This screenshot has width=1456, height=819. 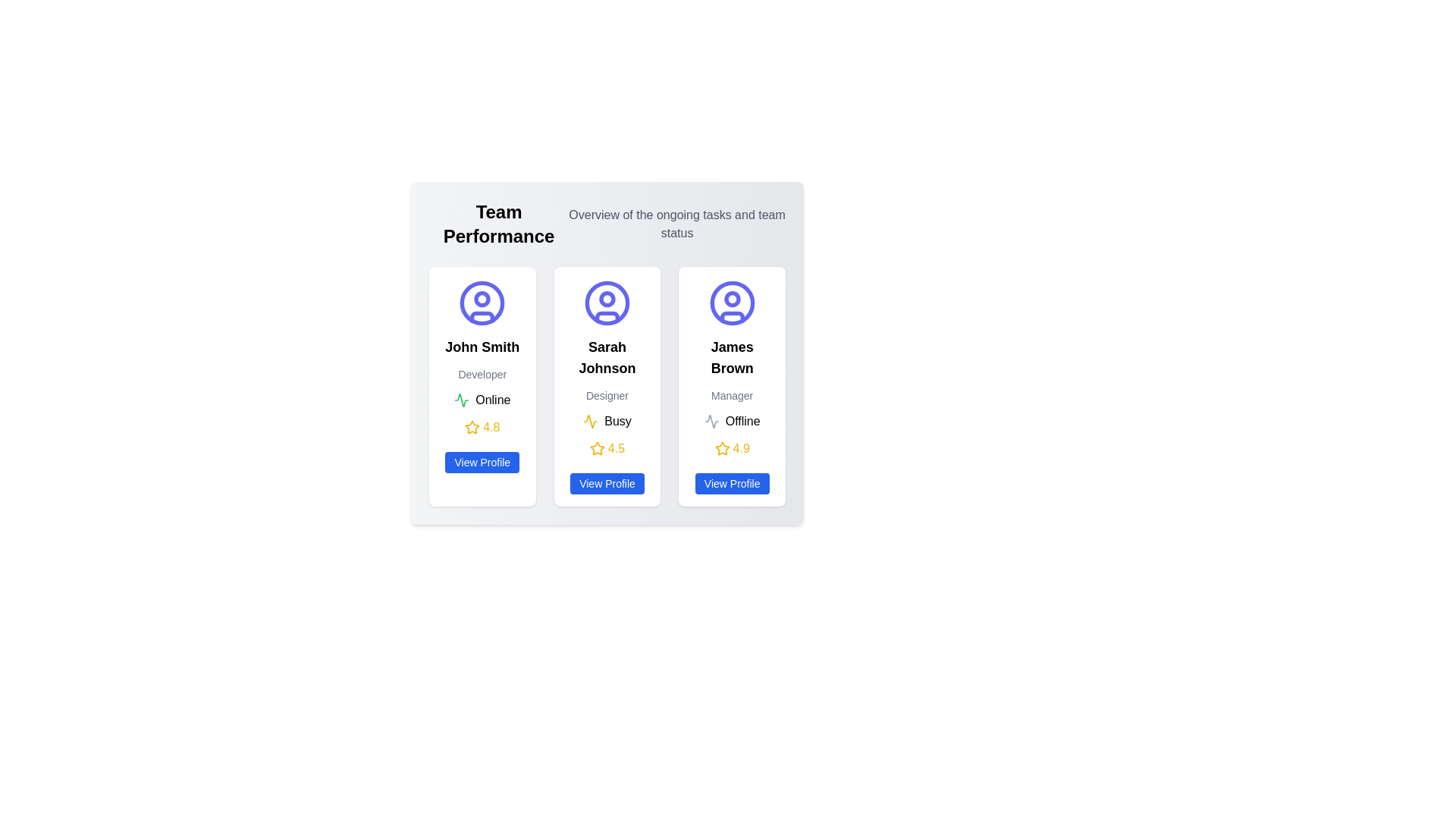 I want to click on the user profile icon representing 'Sarah Johnson' located at the top of the central card among three horizontally aligned user profile cards, so click(x=607, y=303).